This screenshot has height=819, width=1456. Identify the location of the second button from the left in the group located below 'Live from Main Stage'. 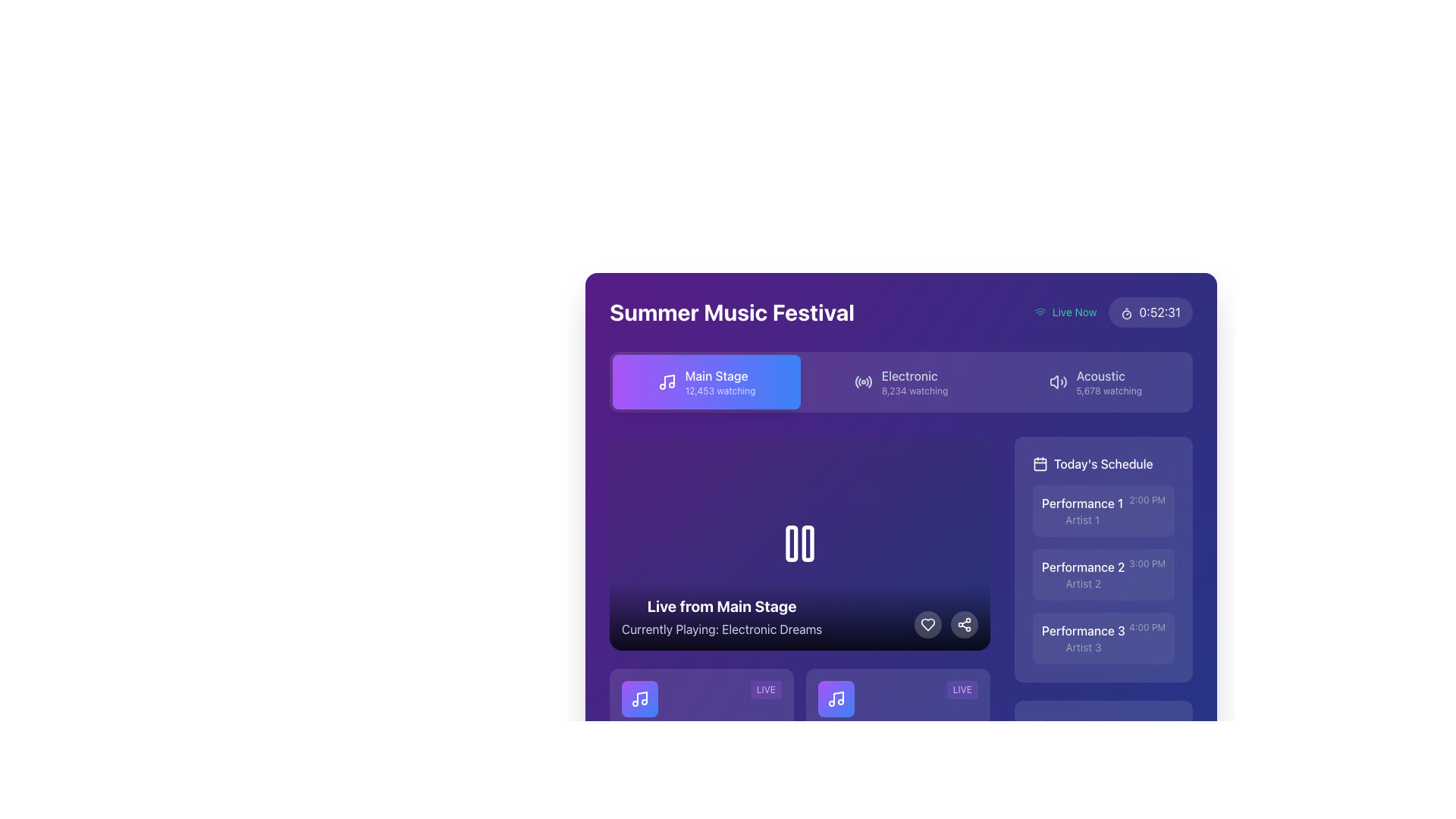
(836, 698).